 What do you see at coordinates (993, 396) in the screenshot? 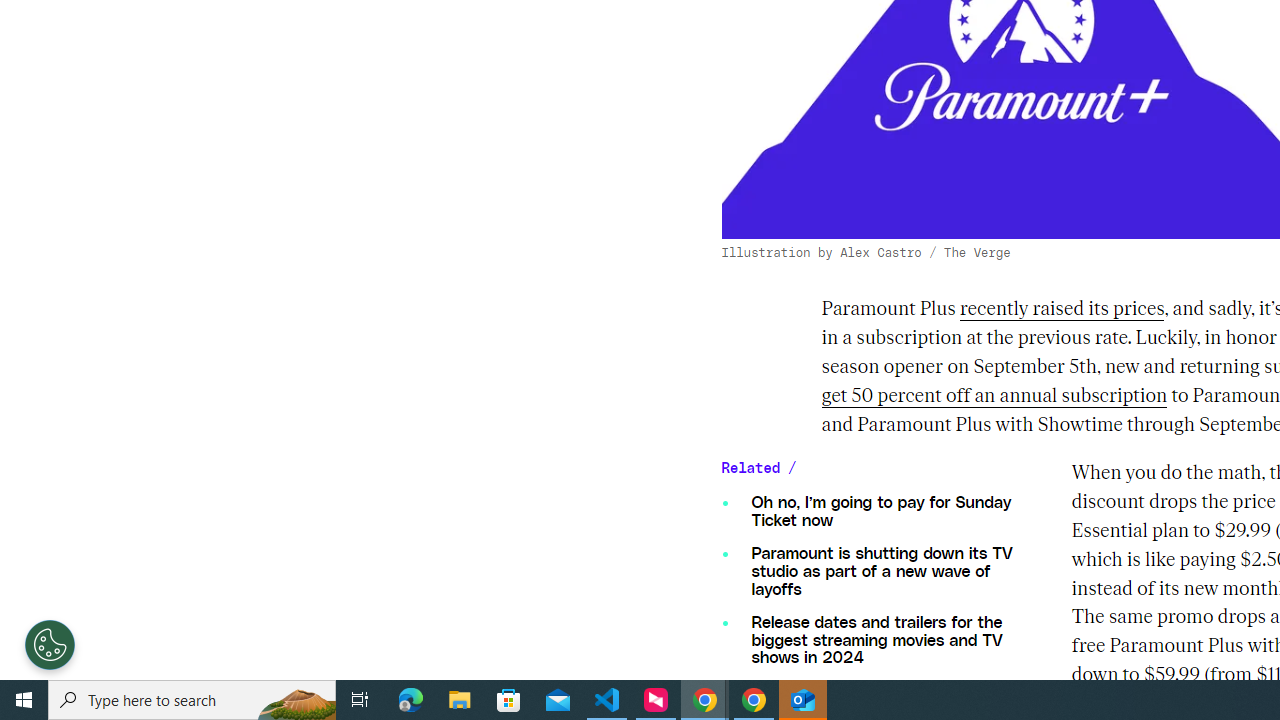
I see `'get 50 percent off an annual subscription'` at bounding box center [993, 396].